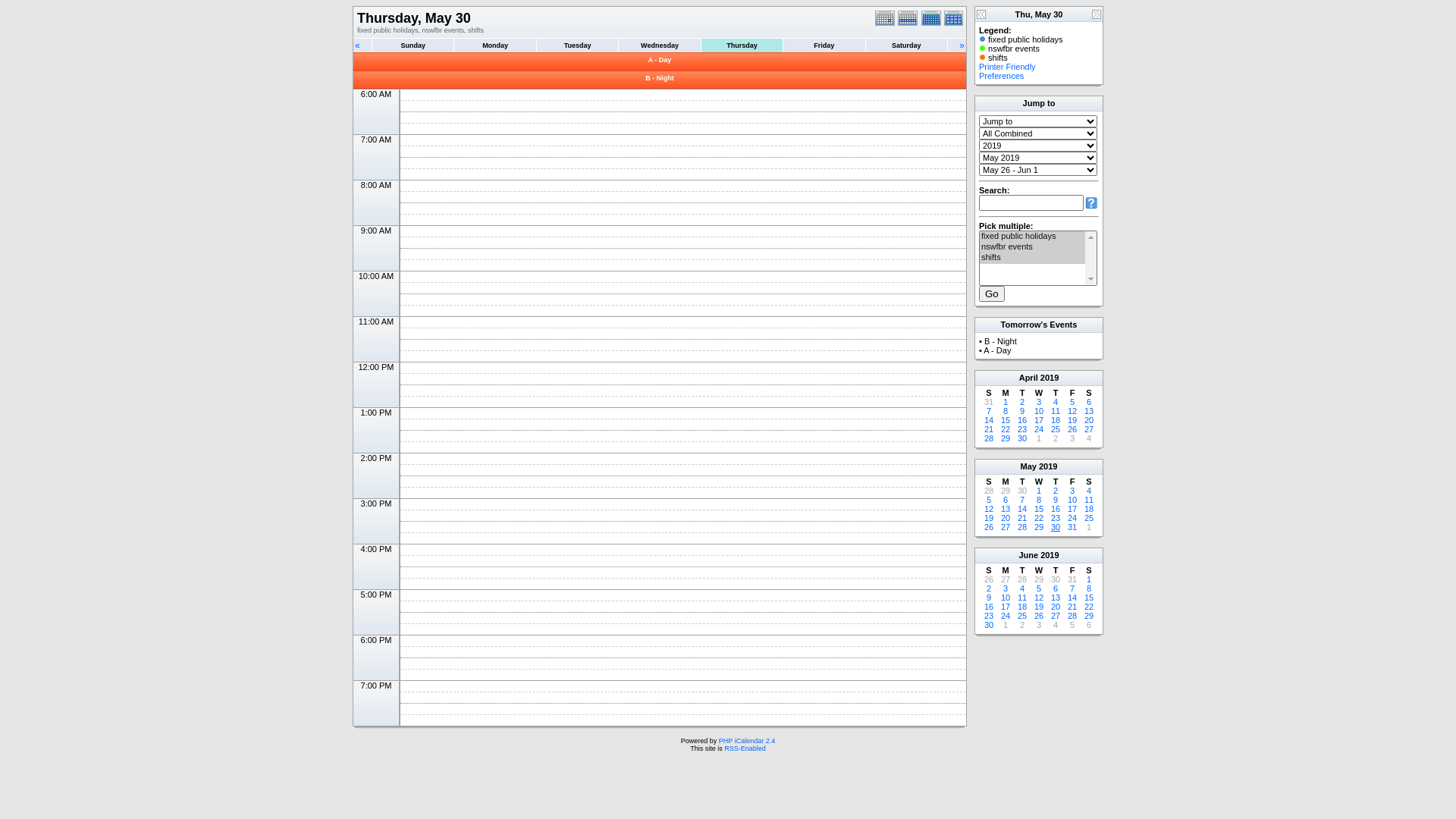 The image size is (1456, 819). Describe the element at coordinates (1055, 400) in the screenshot. I see `'4'` at that location.